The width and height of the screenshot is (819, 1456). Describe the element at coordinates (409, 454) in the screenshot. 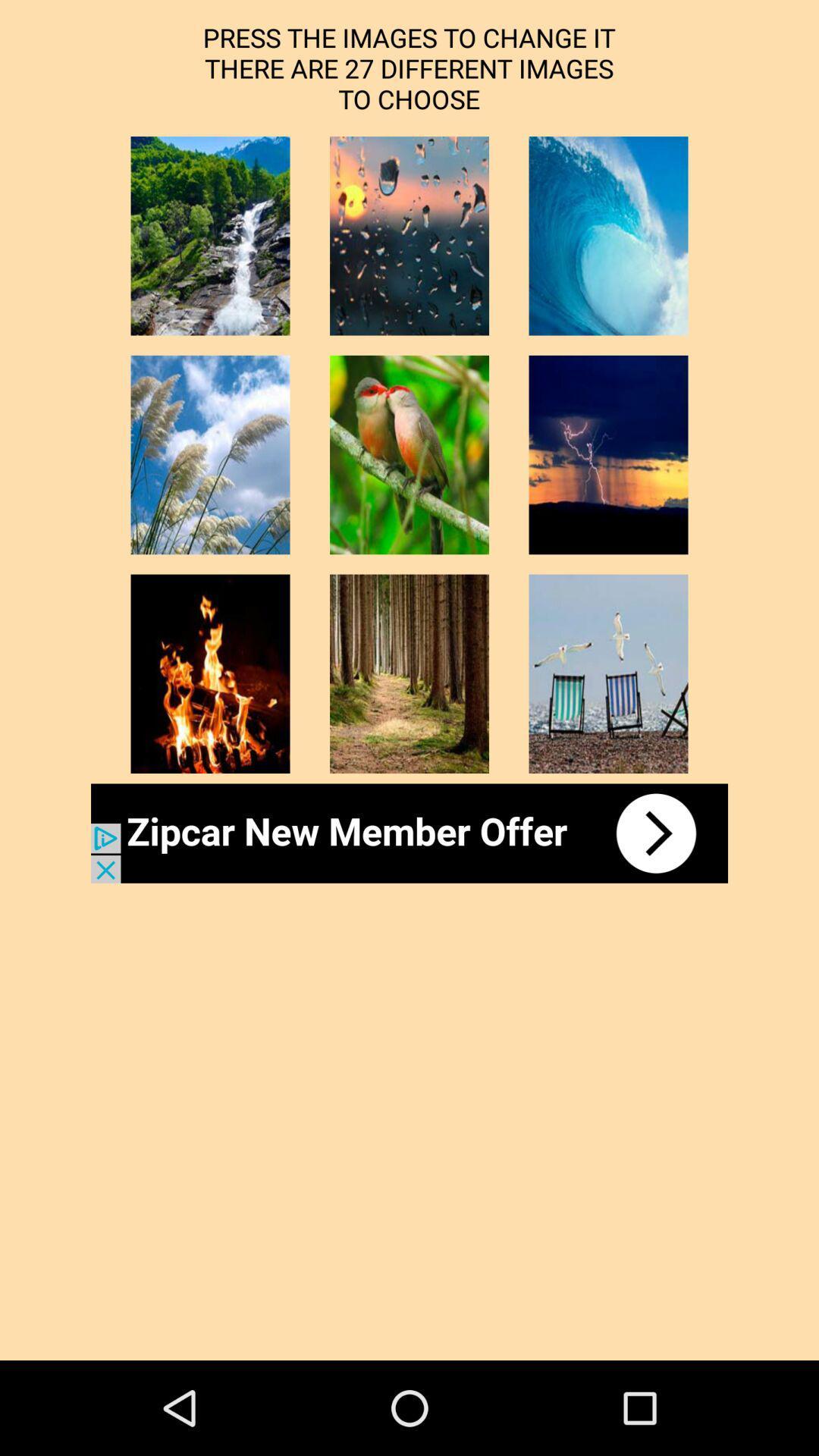

I see `this image` at that location.